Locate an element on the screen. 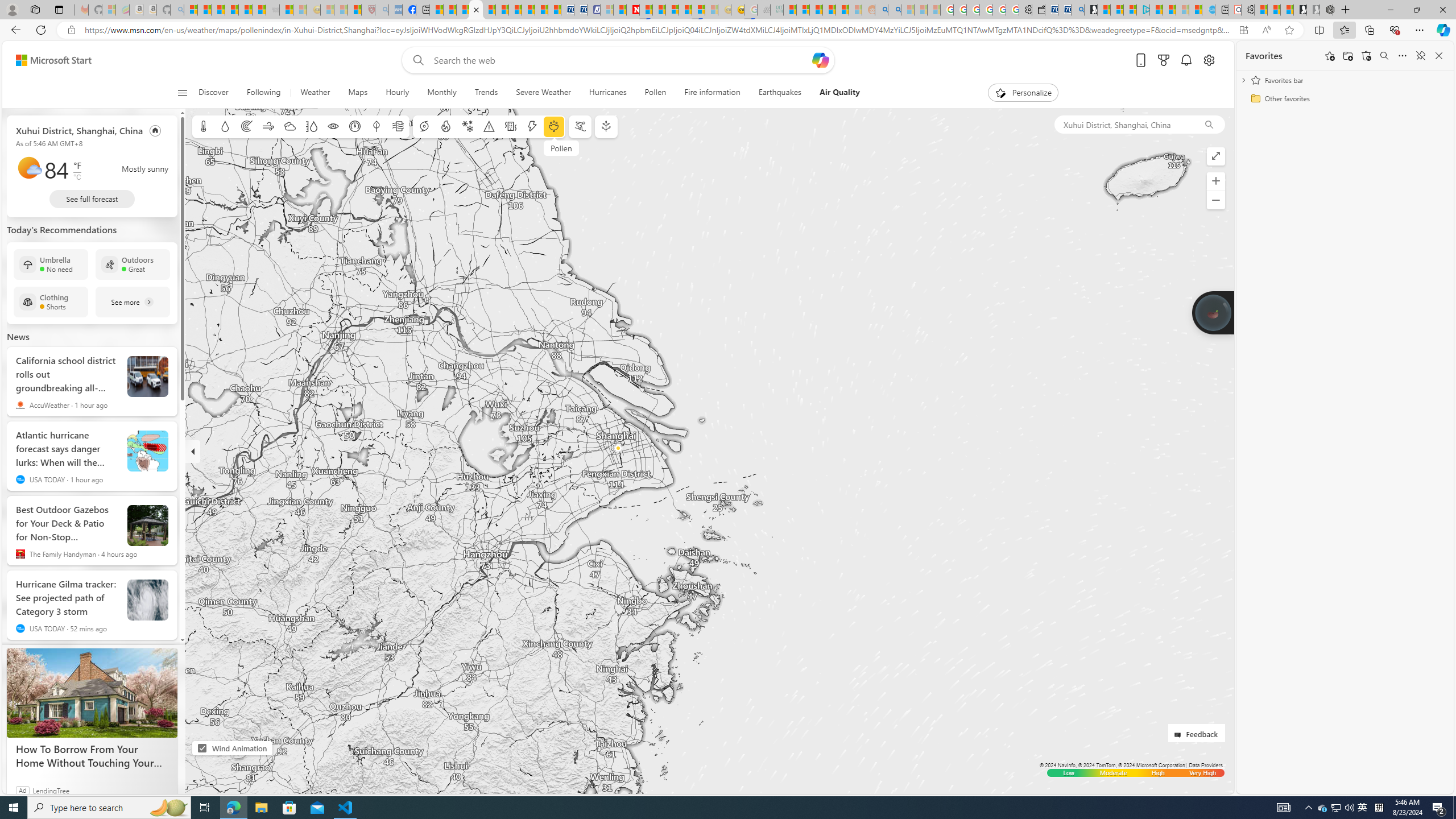 This screenshot has height=819, width=1456. 'Ski conditions' is located at coordinates (579, 126).